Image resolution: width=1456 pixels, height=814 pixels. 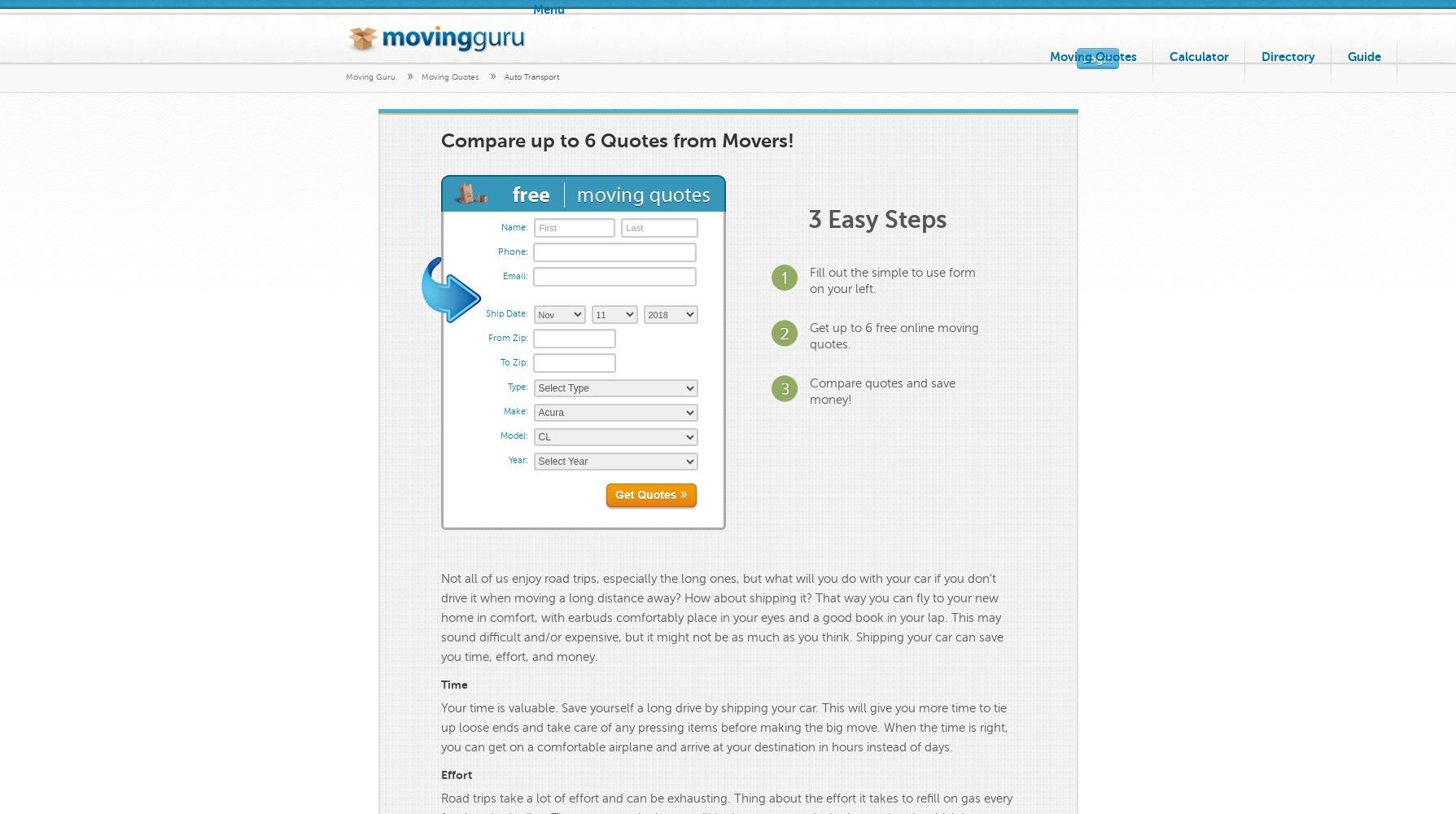 I want to click on 'Effort', so click(x=439, y=774).